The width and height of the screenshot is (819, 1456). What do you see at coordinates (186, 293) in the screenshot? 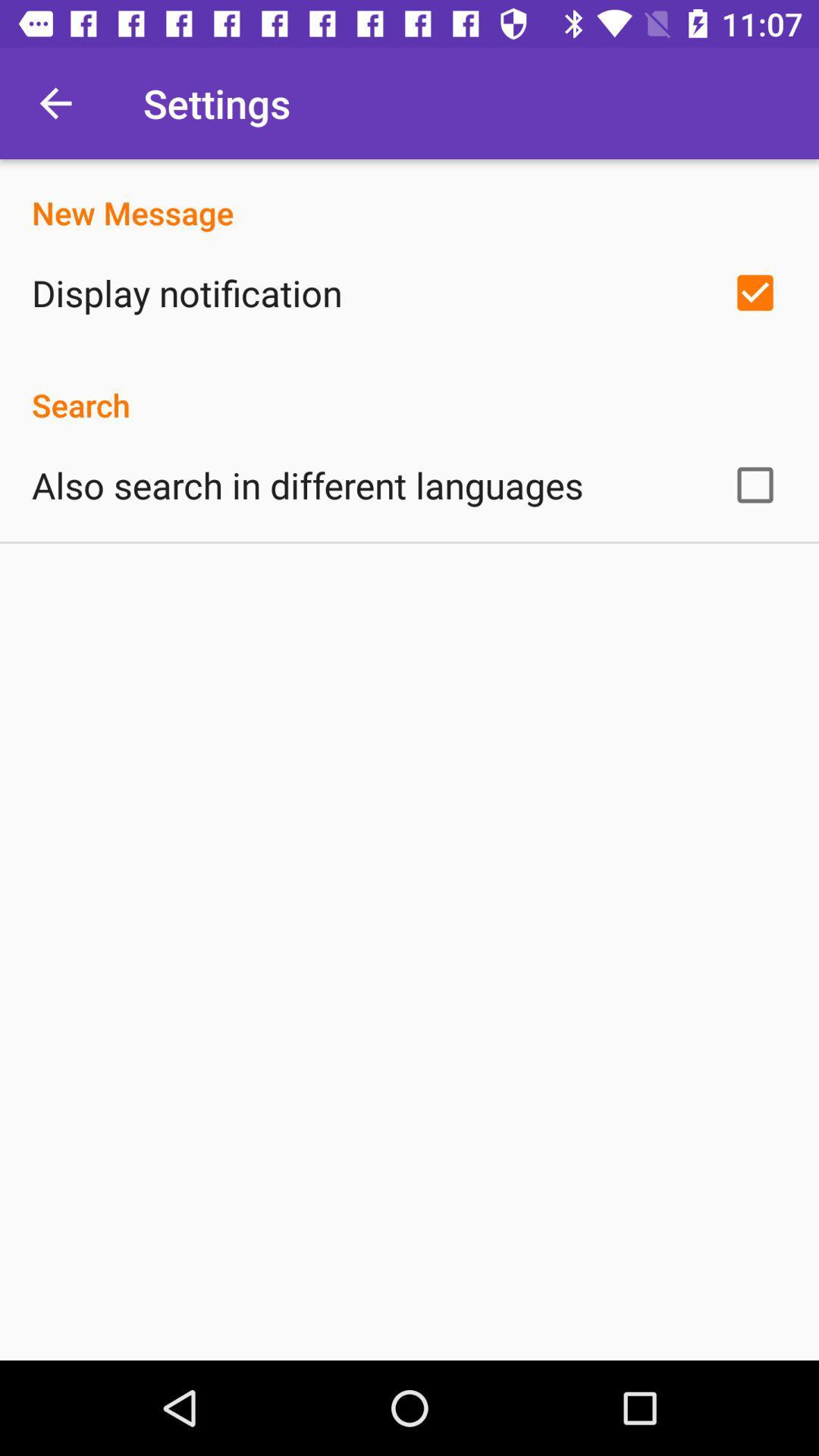
I see `the display notification item` at bounding box center [186, 293].